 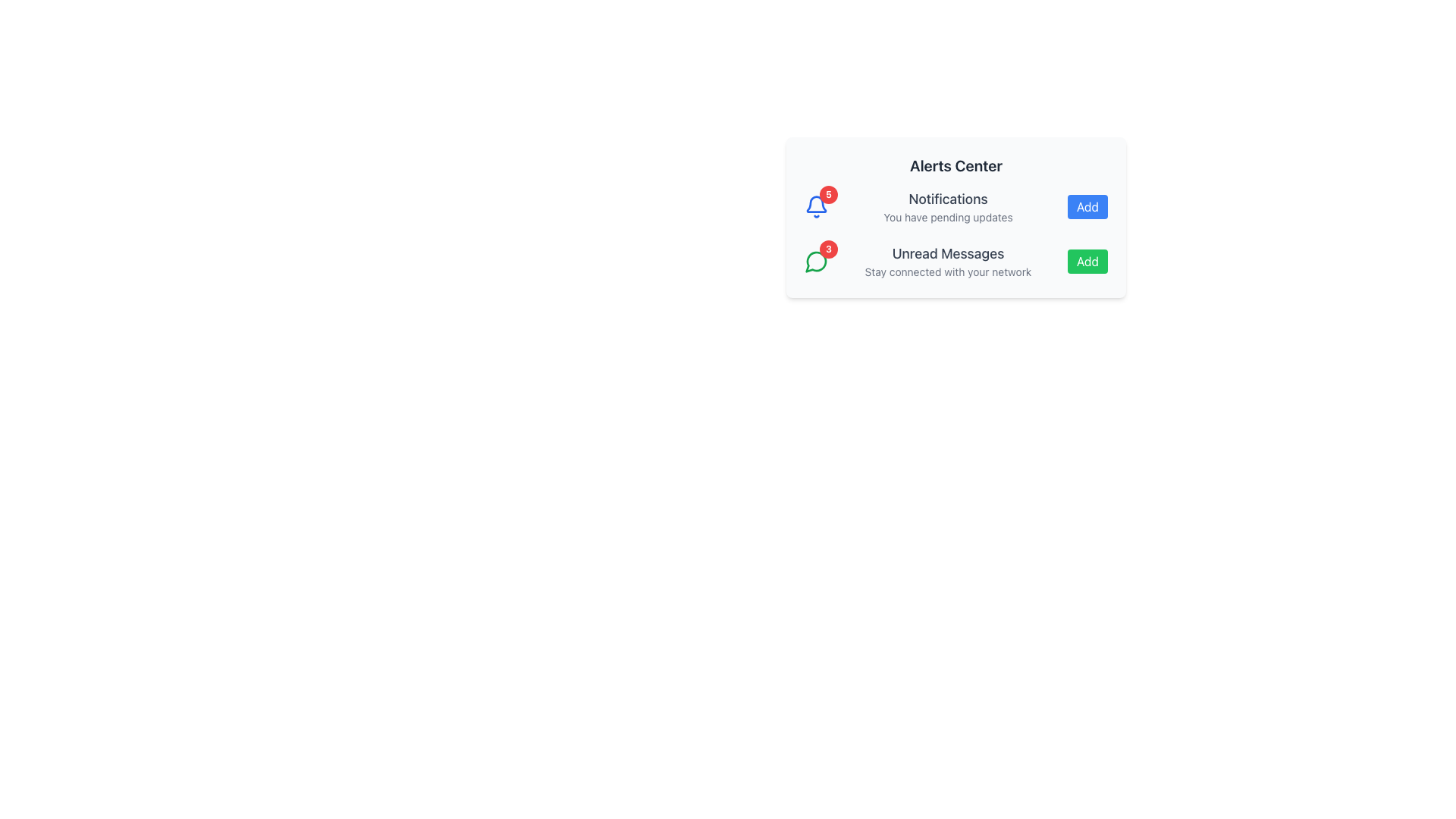 What do you see at coordinates (947, 207) in the screenshot?
I see `the text display element that shows 'Notifications' and 'You have pending updates' in the Alerts Center section` at bounding box center [947, 207].